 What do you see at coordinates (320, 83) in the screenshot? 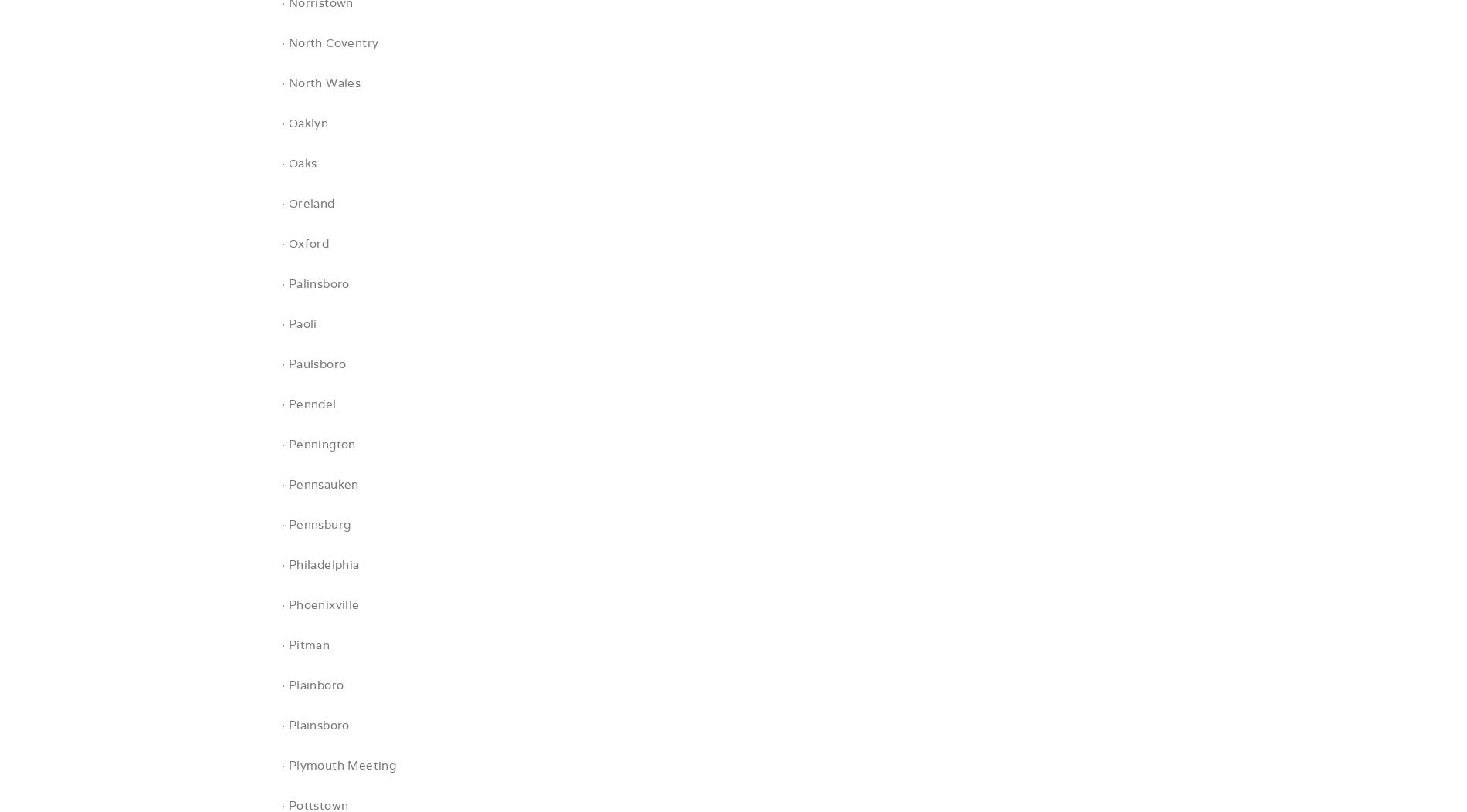
I see `'· North Wales'` at bounding box center [320, 83].